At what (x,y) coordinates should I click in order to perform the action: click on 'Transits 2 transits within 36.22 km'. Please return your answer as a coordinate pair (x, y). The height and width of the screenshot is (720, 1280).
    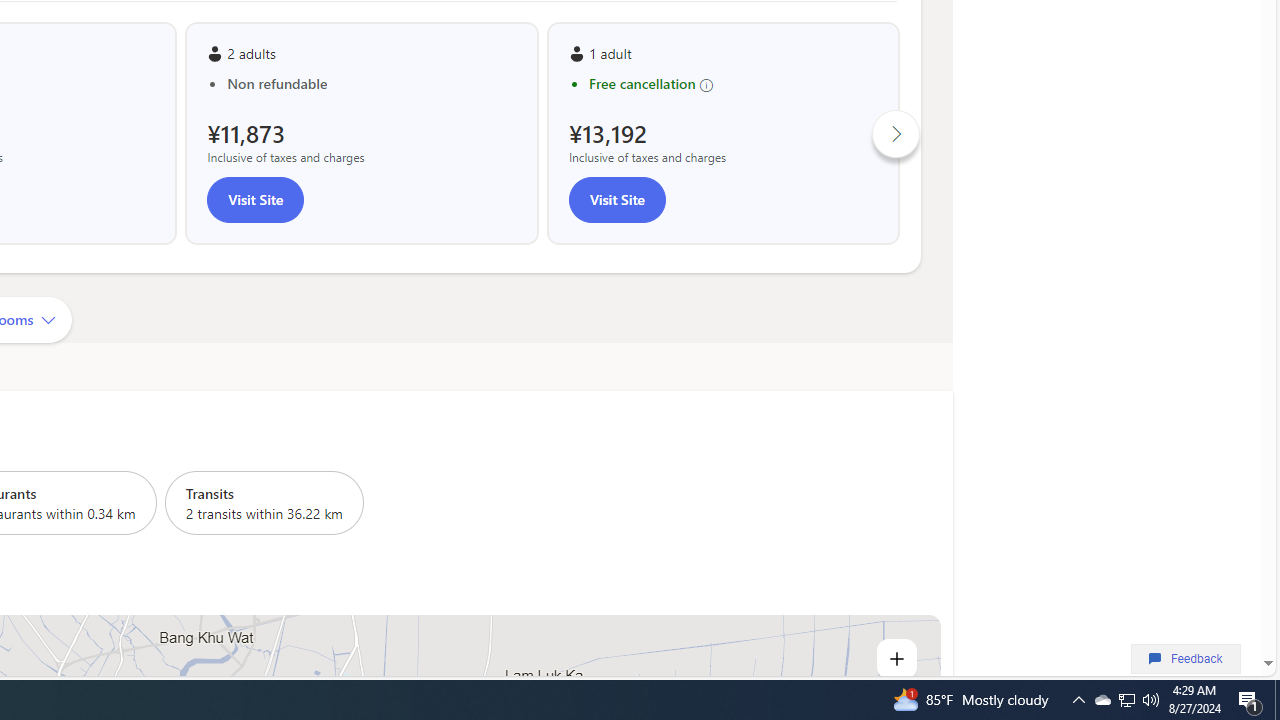
    Looking at the image, I should click on (263, 501).